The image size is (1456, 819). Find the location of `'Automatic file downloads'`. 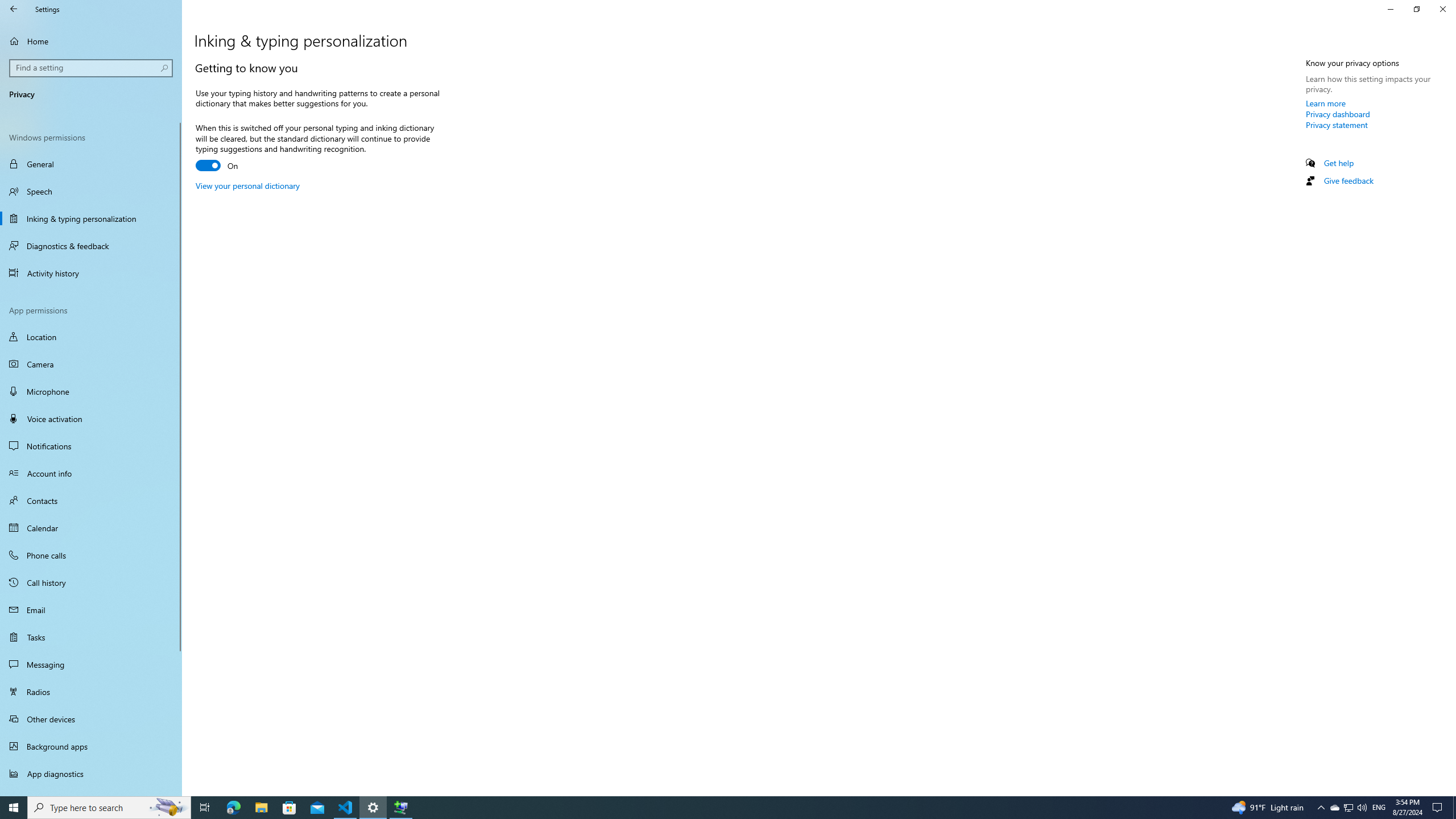

'Automatic file downloads' is located at coordinates (90, 791).